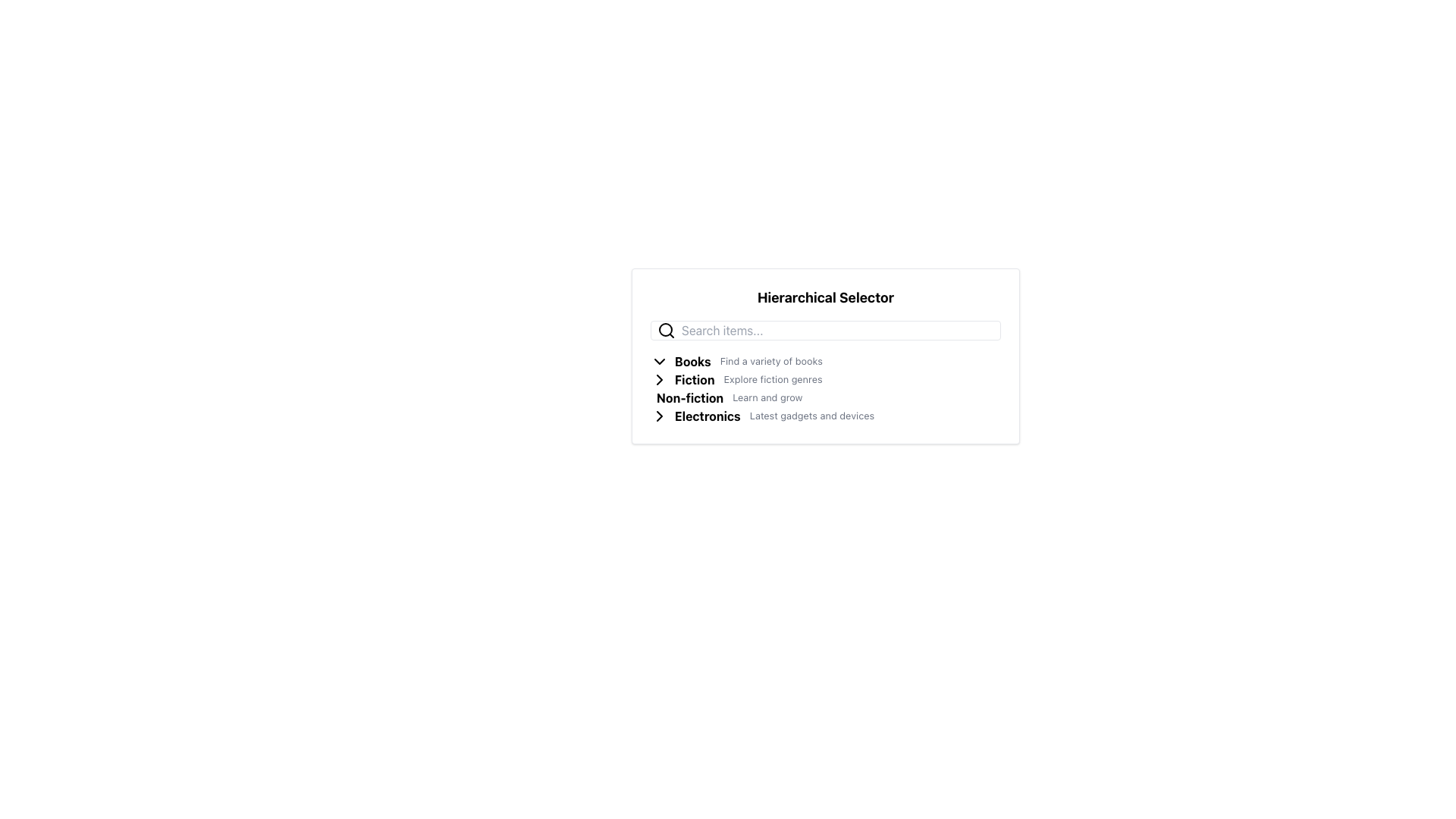 The height and width of the screenshot is (819, 1456). I want to click on the text label reading 'Non-fiction' which is styled in bold black font under the 'Books' category, so click(689, 397).